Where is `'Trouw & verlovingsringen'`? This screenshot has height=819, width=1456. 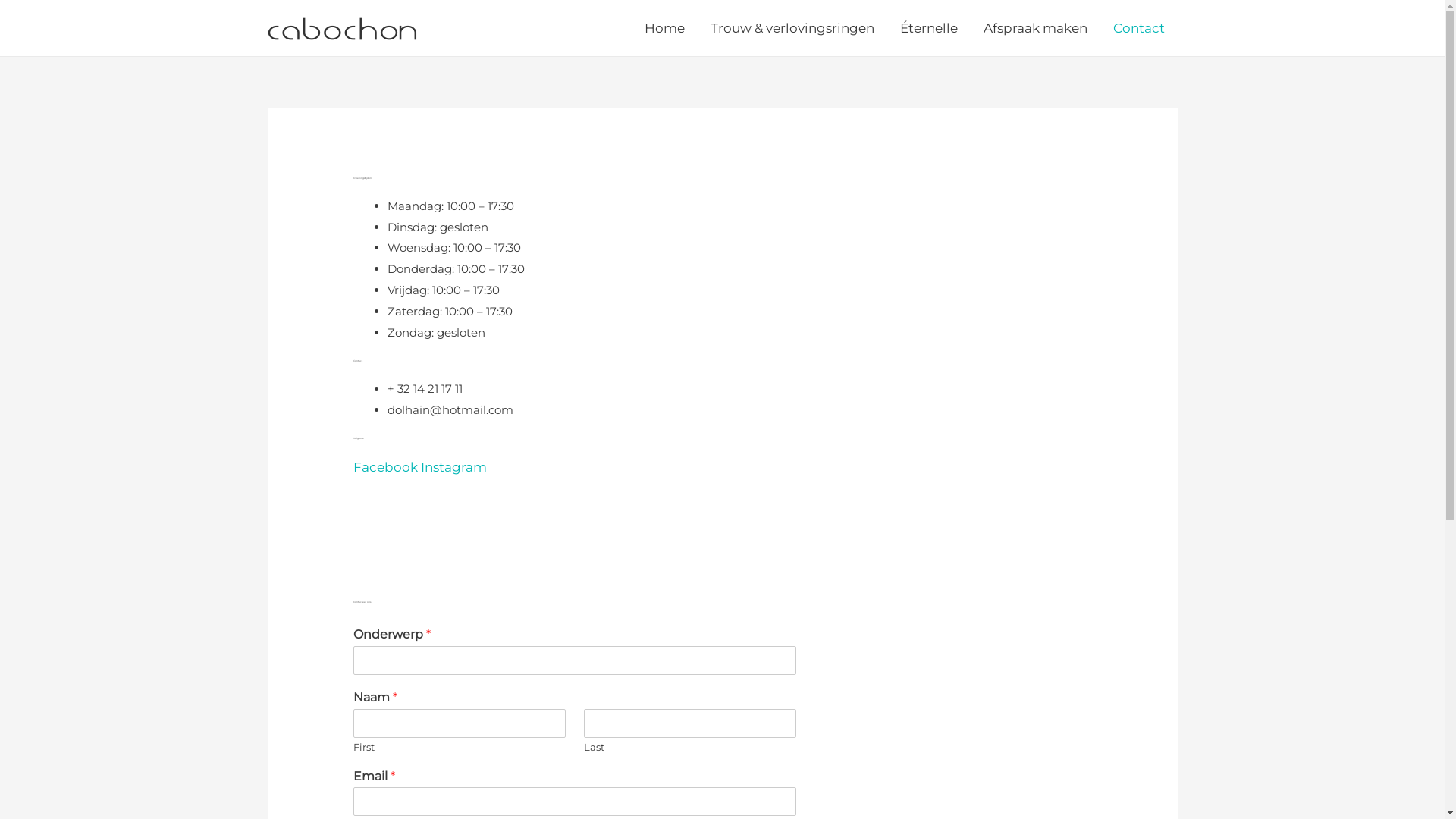 'Trouw & verlovingsringen' is located at coordinates (792, 28).